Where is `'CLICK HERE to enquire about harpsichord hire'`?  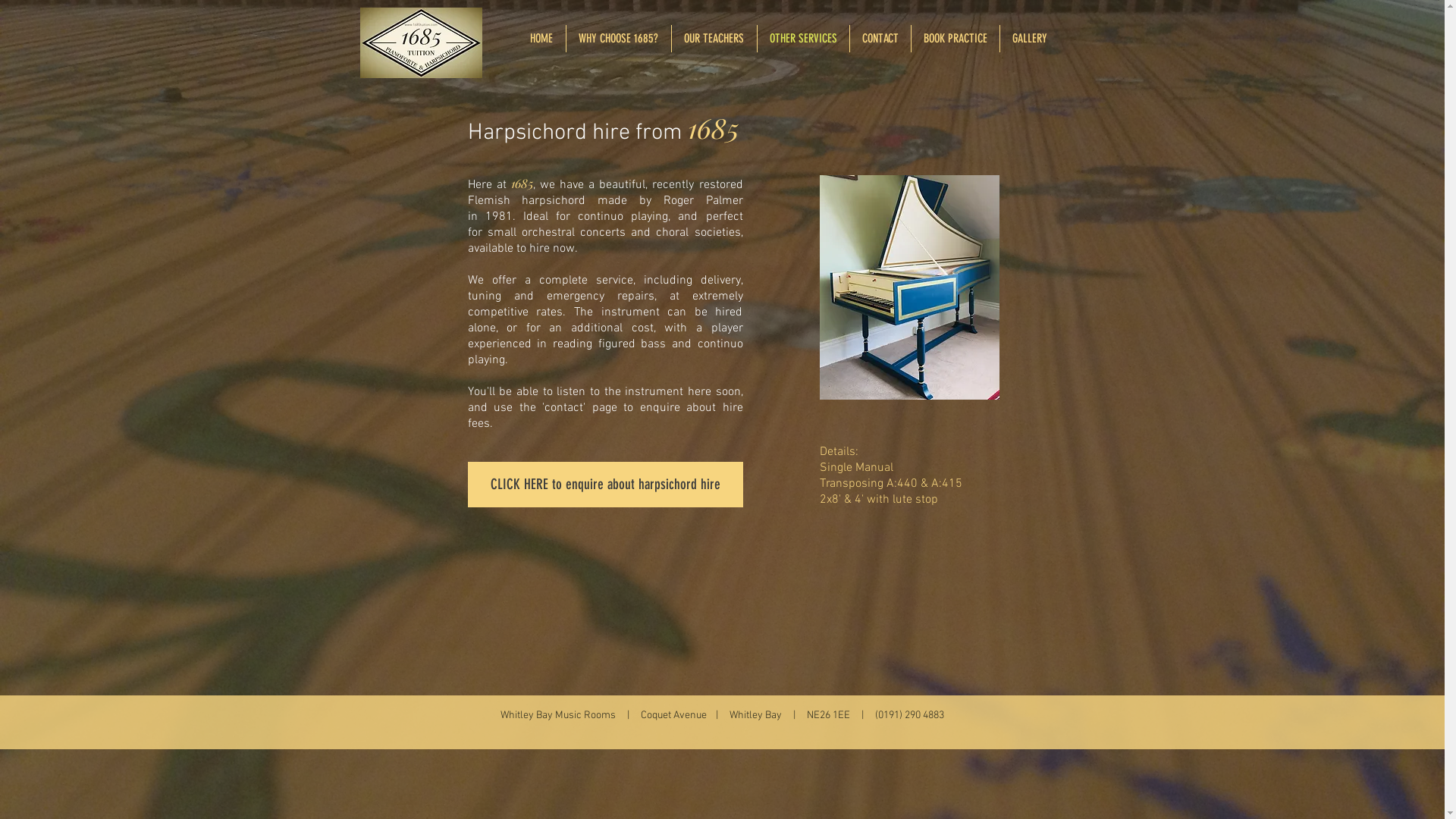 'CLICK HERE to enquire about harpsichord hire' is located at coordinates (604, 485).